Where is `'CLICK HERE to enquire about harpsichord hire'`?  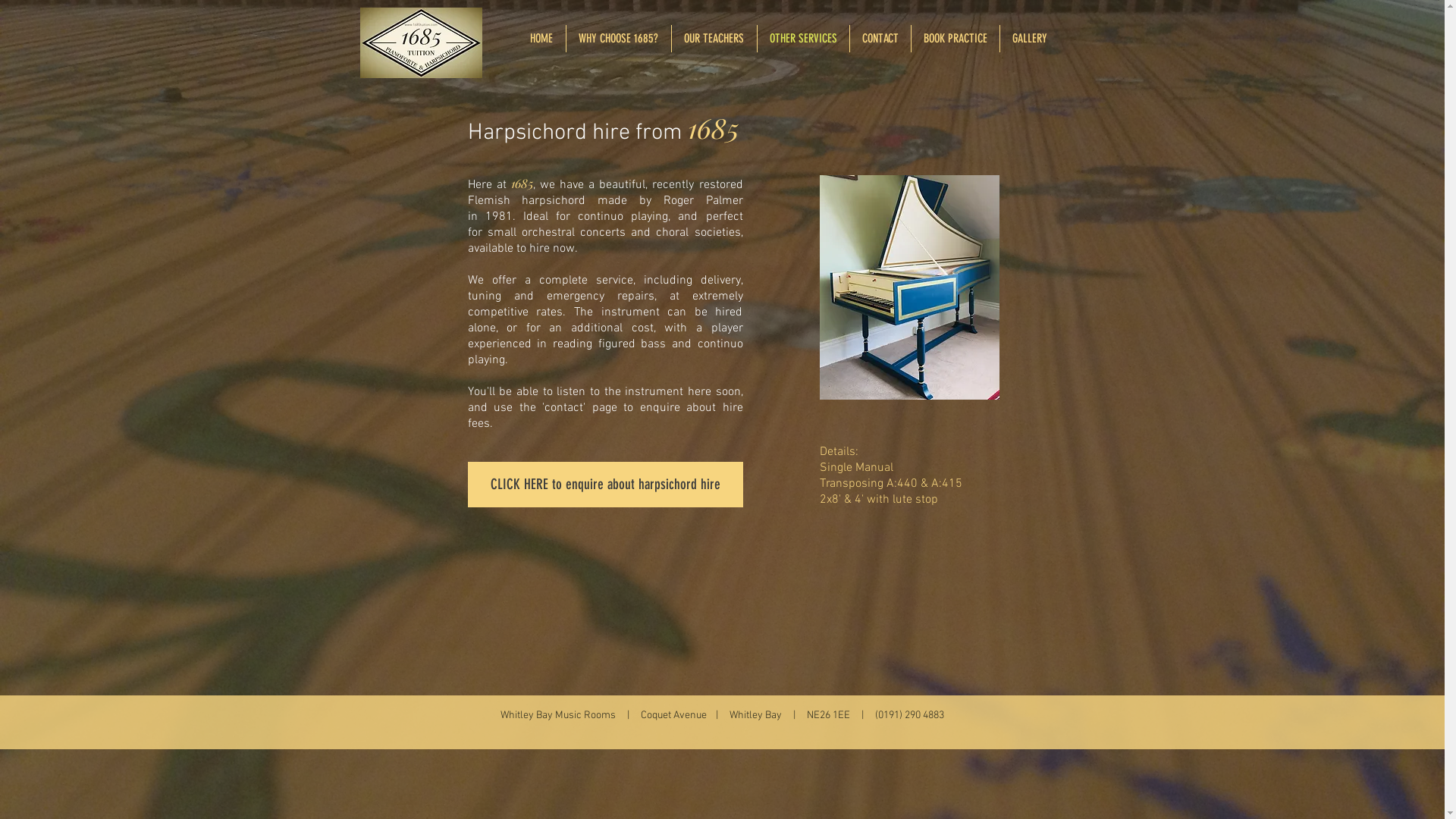 'CLICK HERE to enquire about harpsichord hire' is located at coordinates (604, 485).